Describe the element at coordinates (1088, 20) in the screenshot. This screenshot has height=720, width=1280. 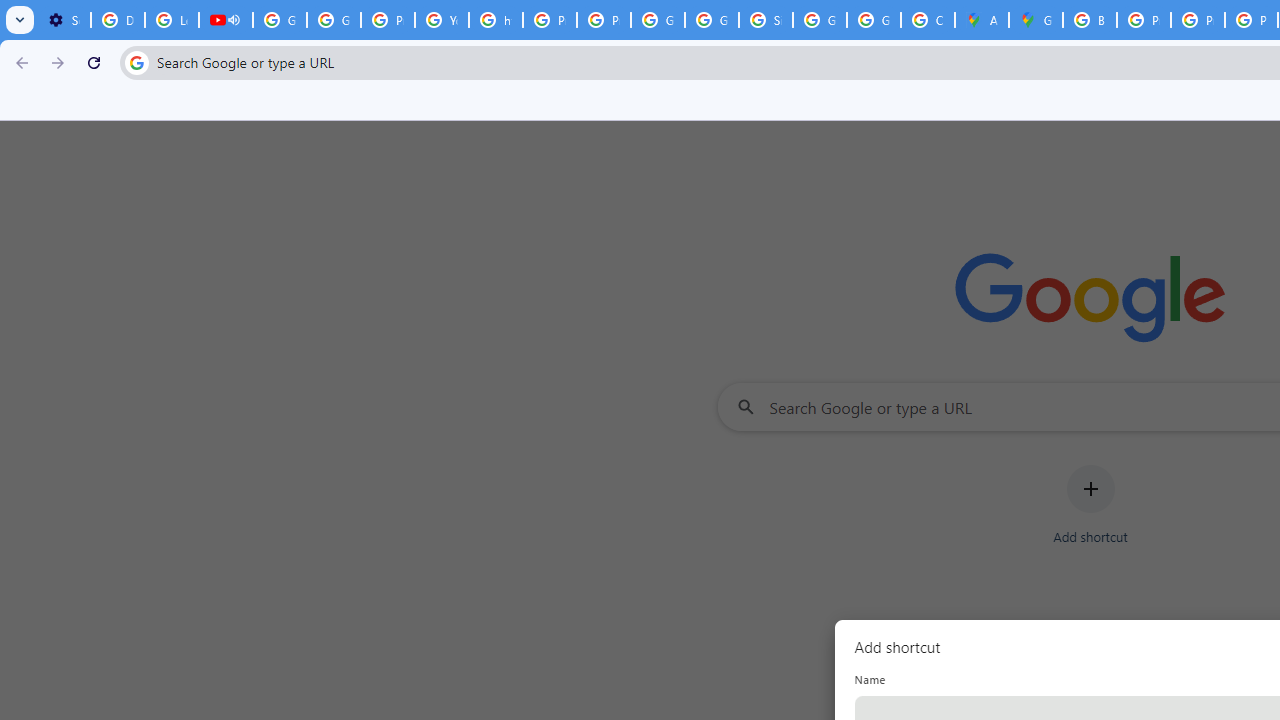
I see `'Blogger Policies and Guidelines - Transparency Center'` at that location.